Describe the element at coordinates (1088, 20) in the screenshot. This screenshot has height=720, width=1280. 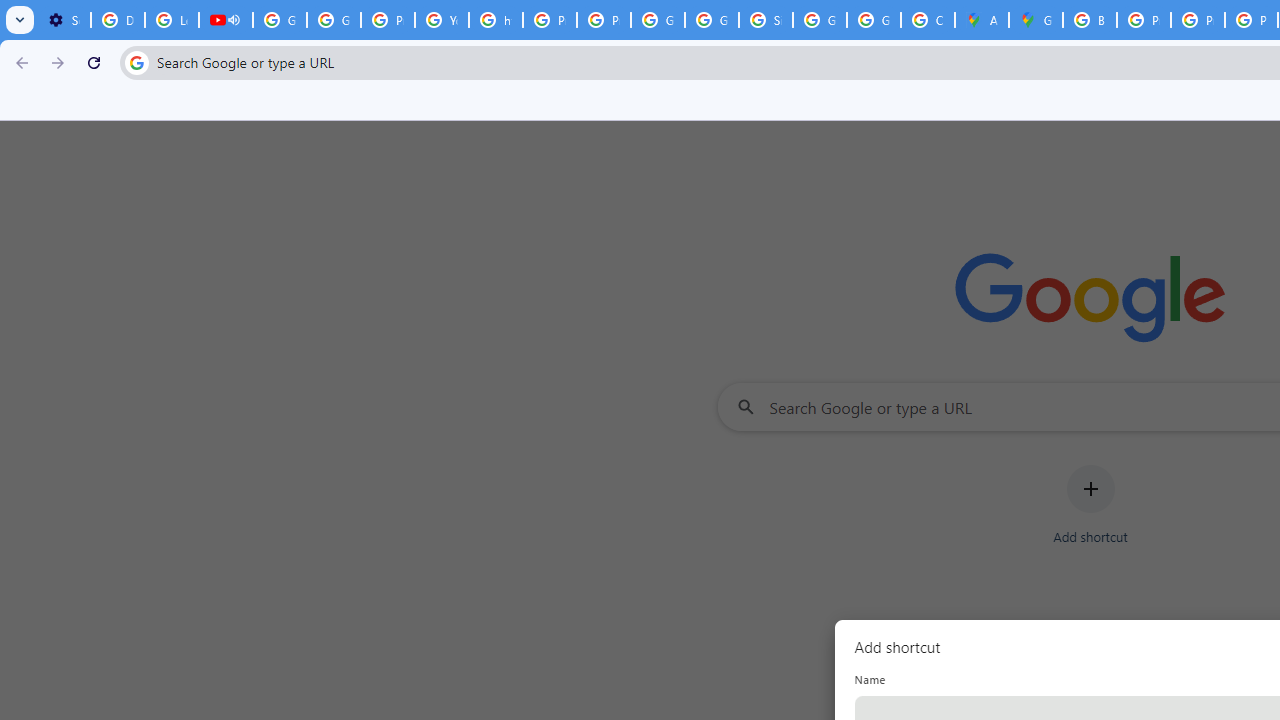
I see `'Blogger Policies and Guidelines - Transparency Center'` at that location.